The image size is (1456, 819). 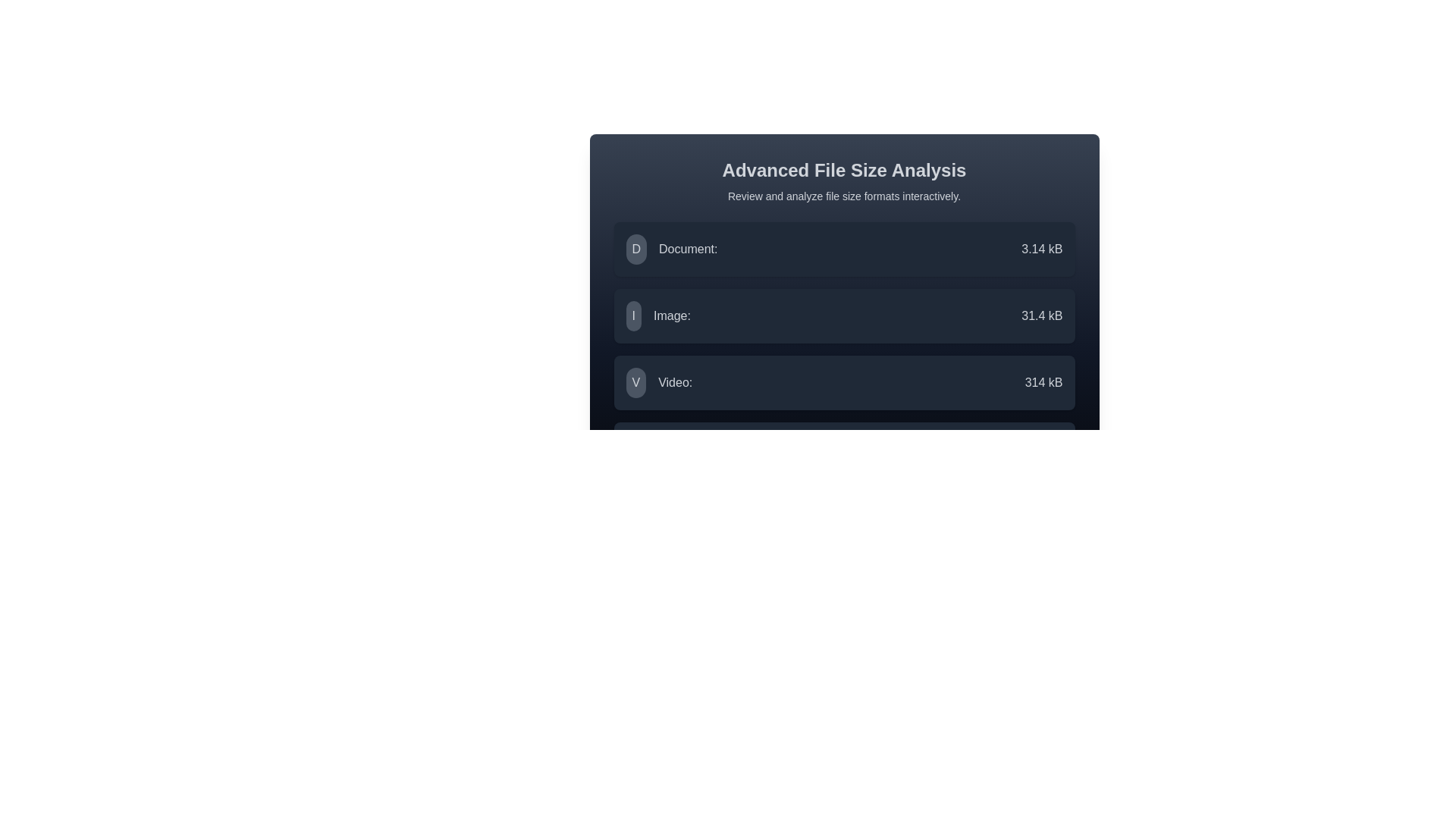 I want to click on the Text Label that denotes the title or heading for the following content, located at the top-center of its containing section, so click(x=843, y=170).